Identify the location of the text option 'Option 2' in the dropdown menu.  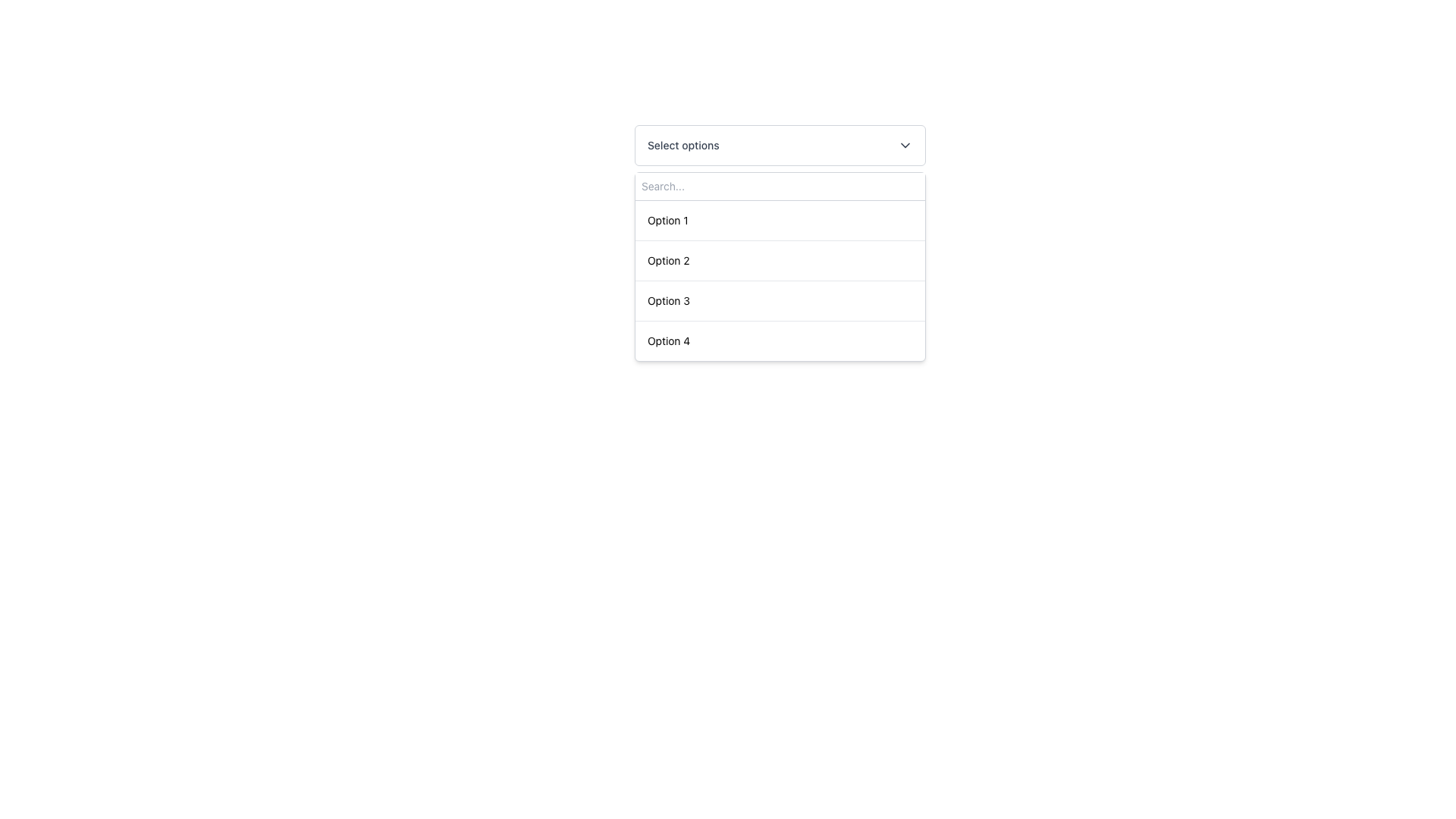
(667, 259).